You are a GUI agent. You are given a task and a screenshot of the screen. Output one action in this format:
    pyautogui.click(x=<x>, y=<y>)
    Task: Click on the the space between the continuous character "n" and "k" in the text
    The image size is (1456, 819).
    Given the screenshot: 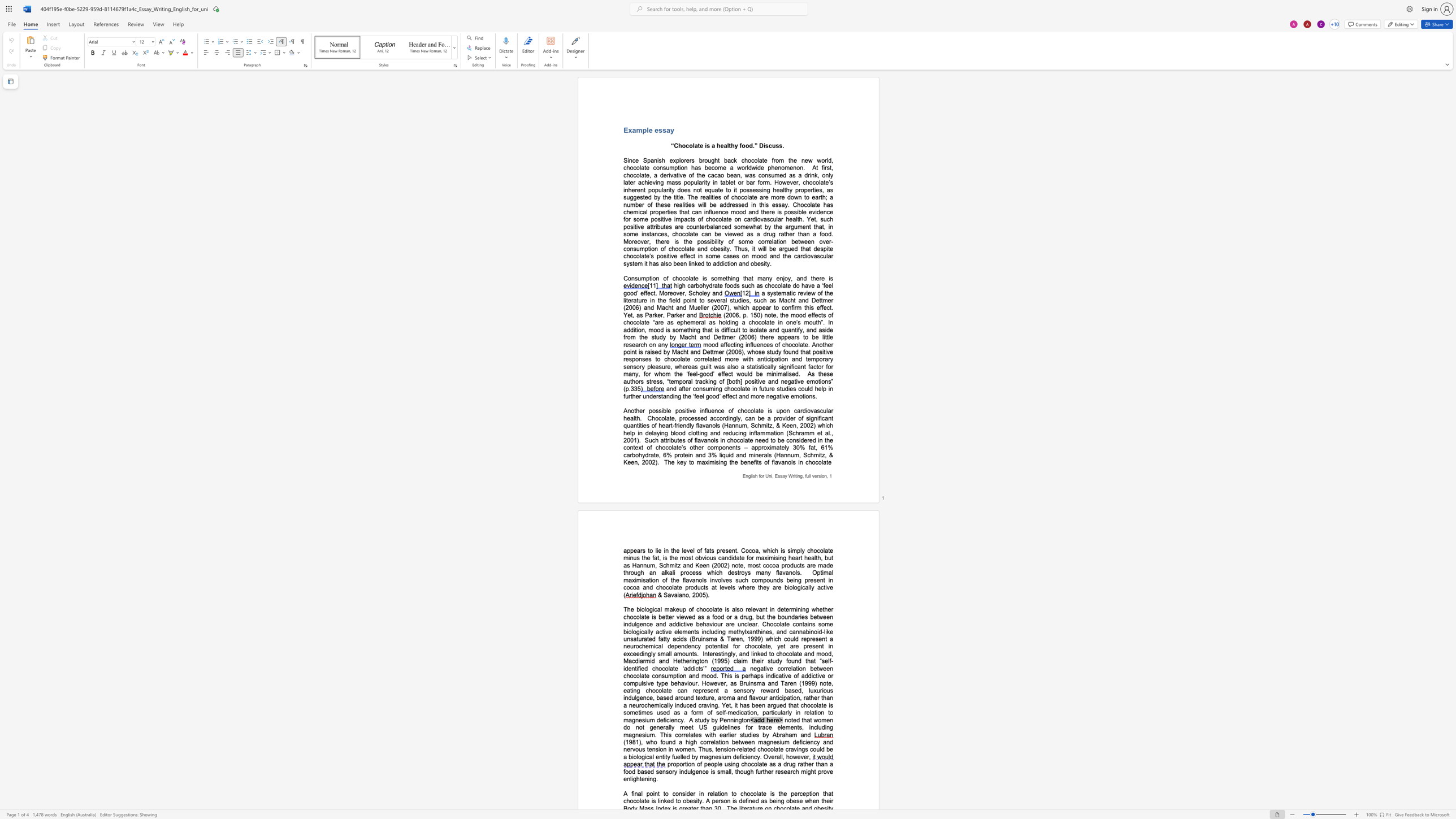 What is the action you would take?
    pyautogui.click(x=694, y=263)
    